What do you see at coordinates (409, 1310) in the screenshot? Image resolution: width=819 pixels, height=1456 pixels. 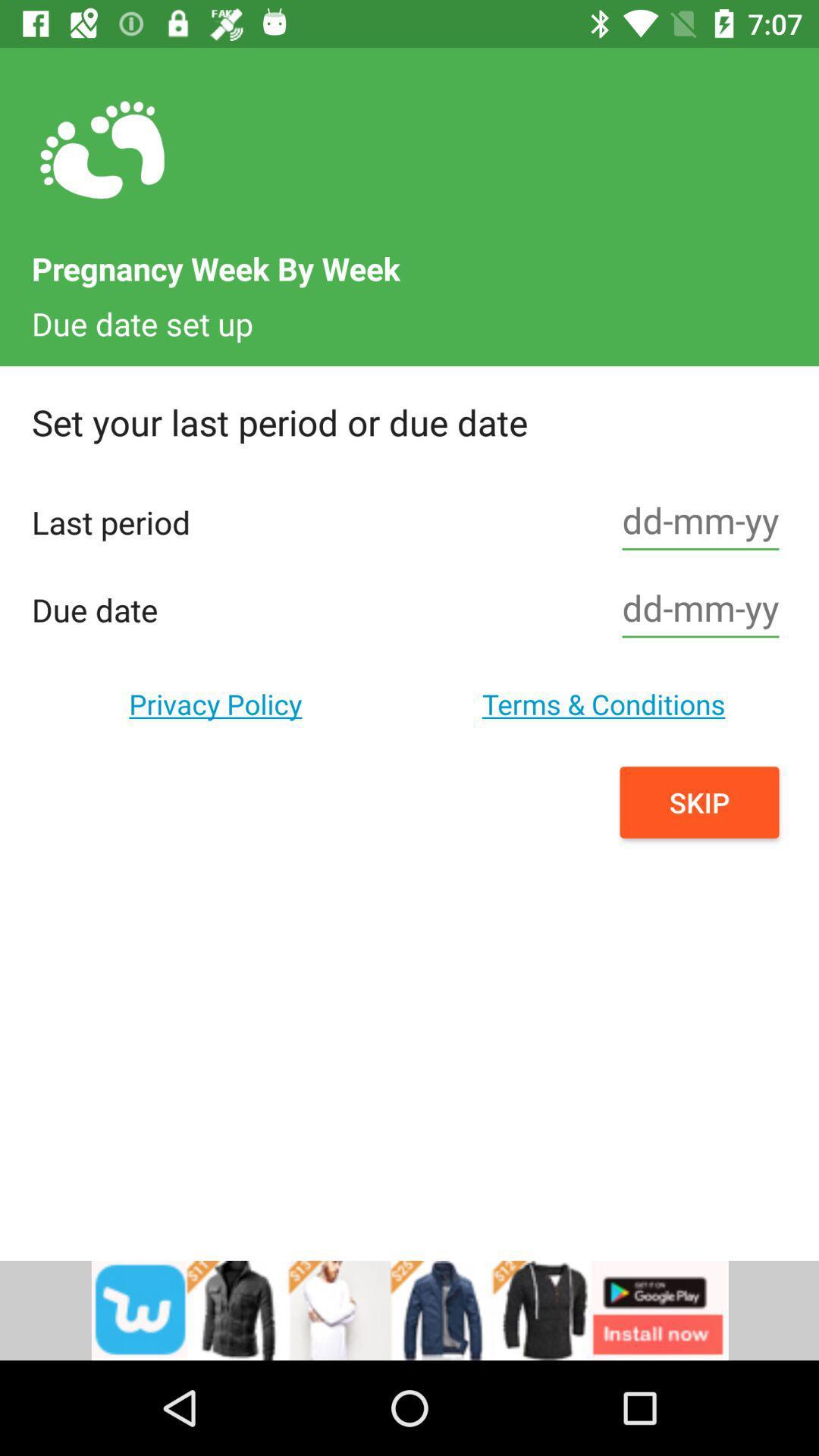 I see `install button` at bounding box center [409, 1310].